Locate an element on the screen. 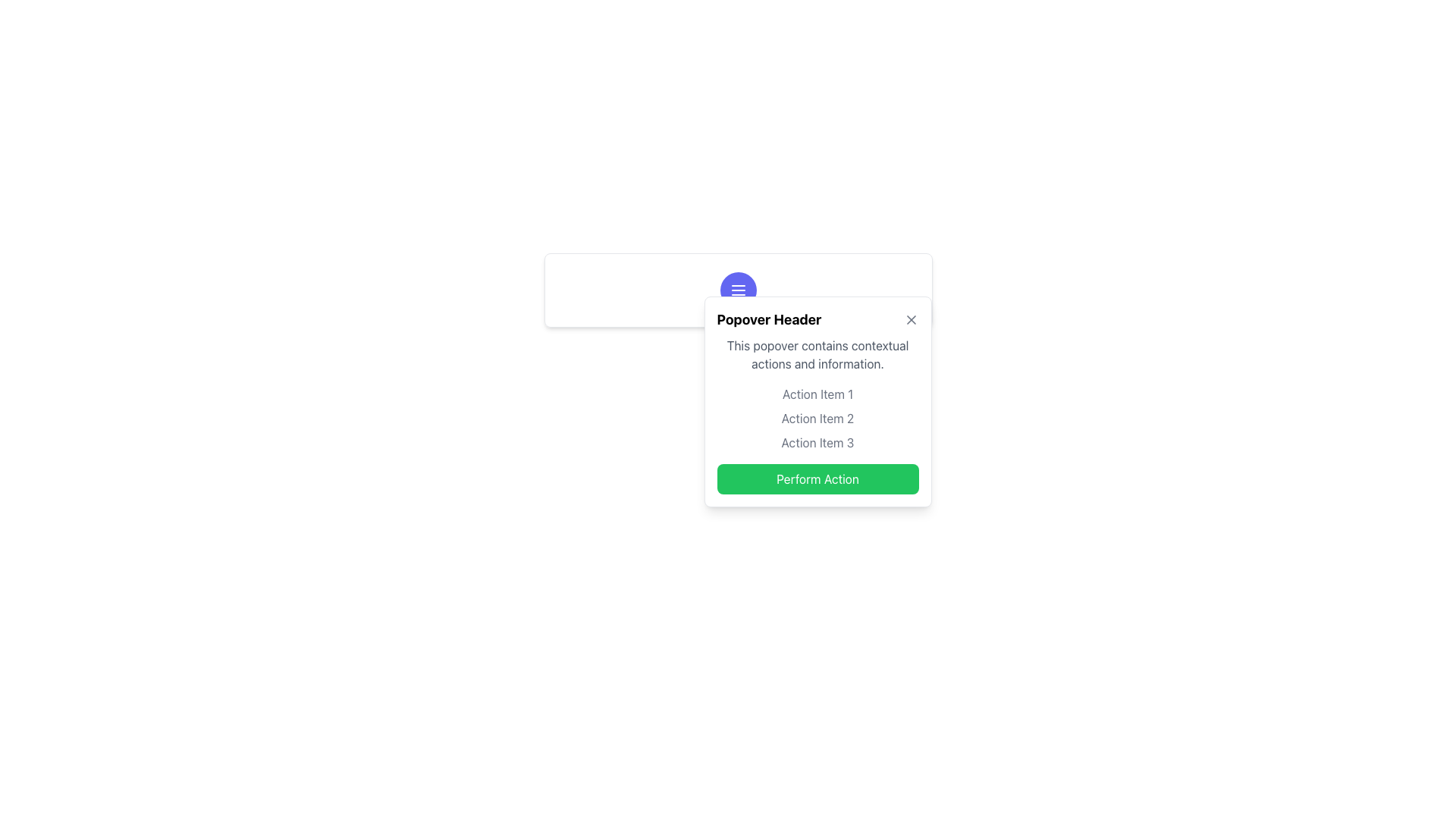 Image resolution: width=1456 pixels, height=819 pixels. the Close Icon (SVG Component) located in the upper-right corner of the popover is located at coordinates (910, 318).